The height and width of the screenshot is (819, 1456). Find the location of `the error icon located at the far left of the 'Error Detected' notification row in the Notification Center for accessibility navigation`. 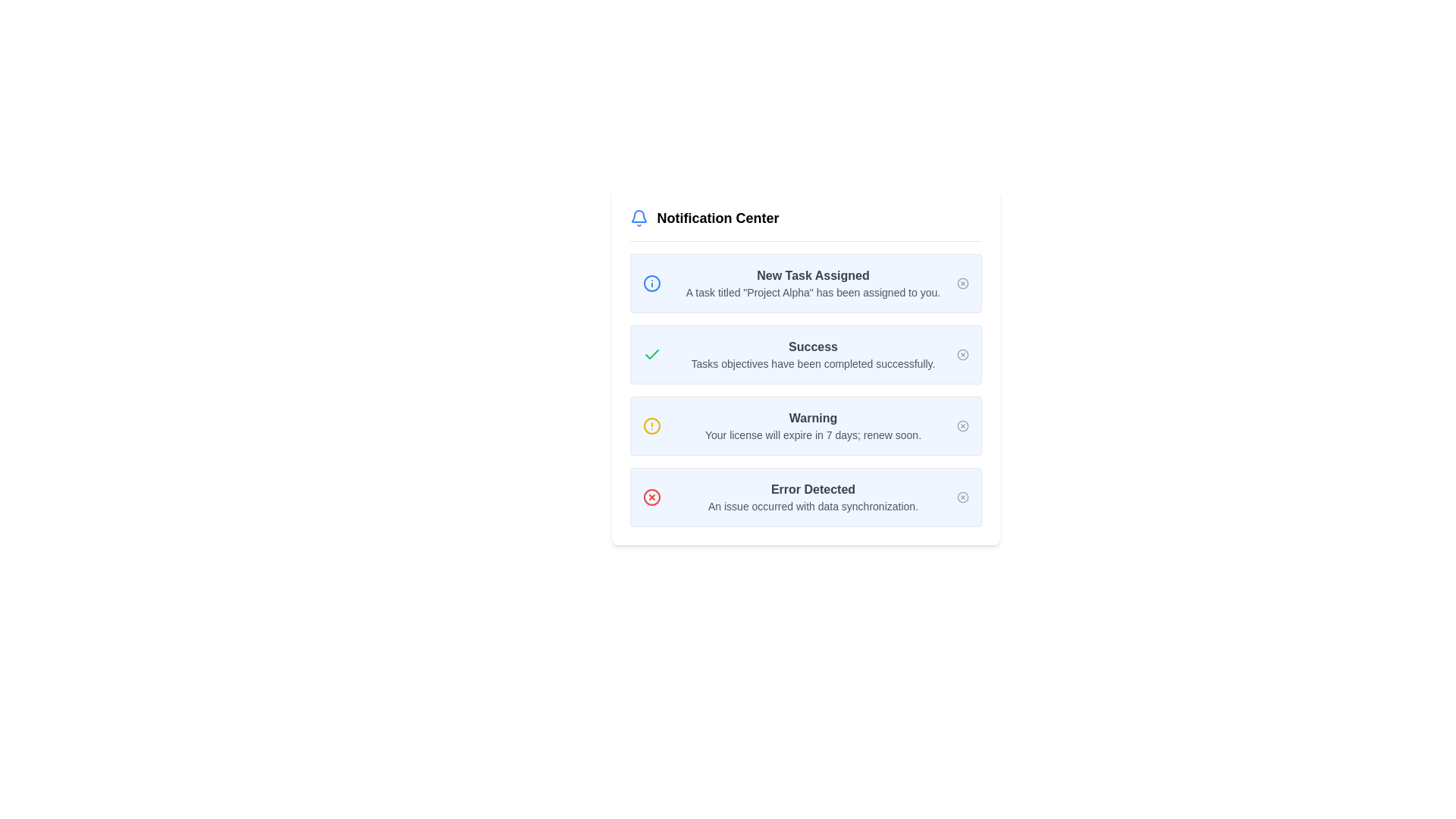

the error icon located at the far left of the 'Error Detected' notification row in the Notification Center for accessibility navigation is located at coordinates (651, 497).